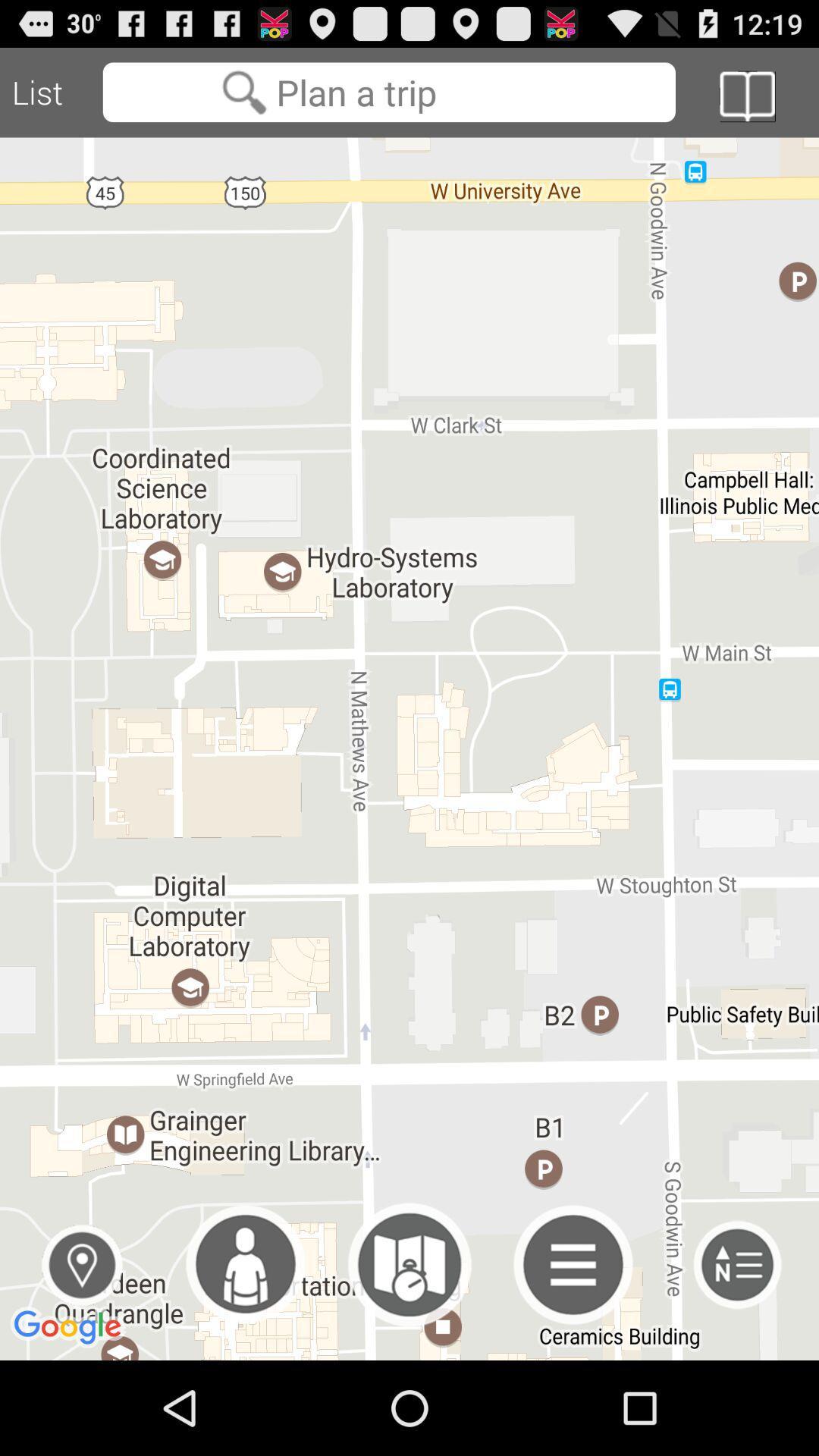  Describe the element at coordinates (82, 1354) in the screenshot. I see `the location icon` at that location.